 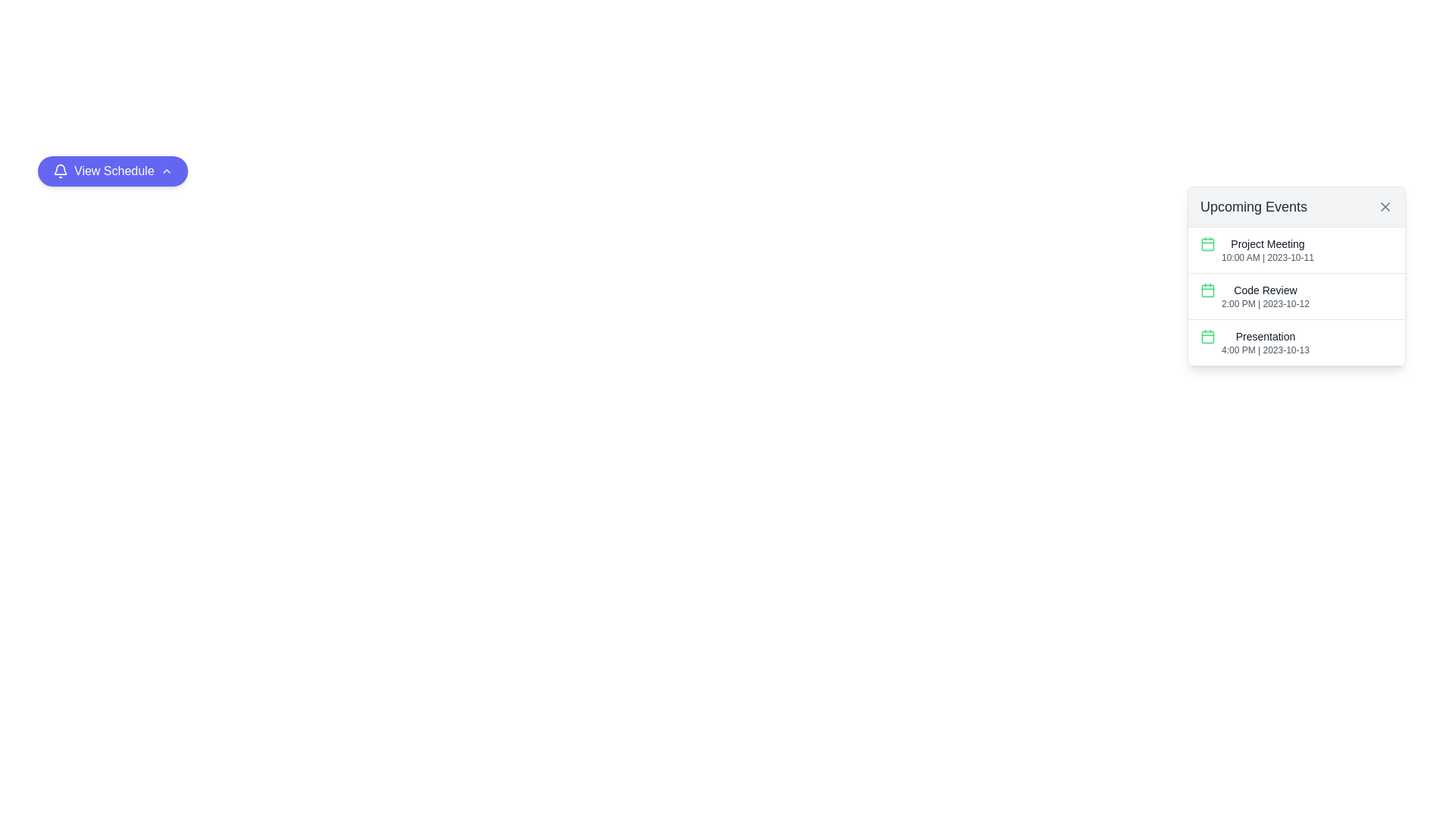 What do you see at coordinates (1295, 342) in the screenshot?
I see `the third list item labeled 'Presentation'` at bounding box center [1295, 342].